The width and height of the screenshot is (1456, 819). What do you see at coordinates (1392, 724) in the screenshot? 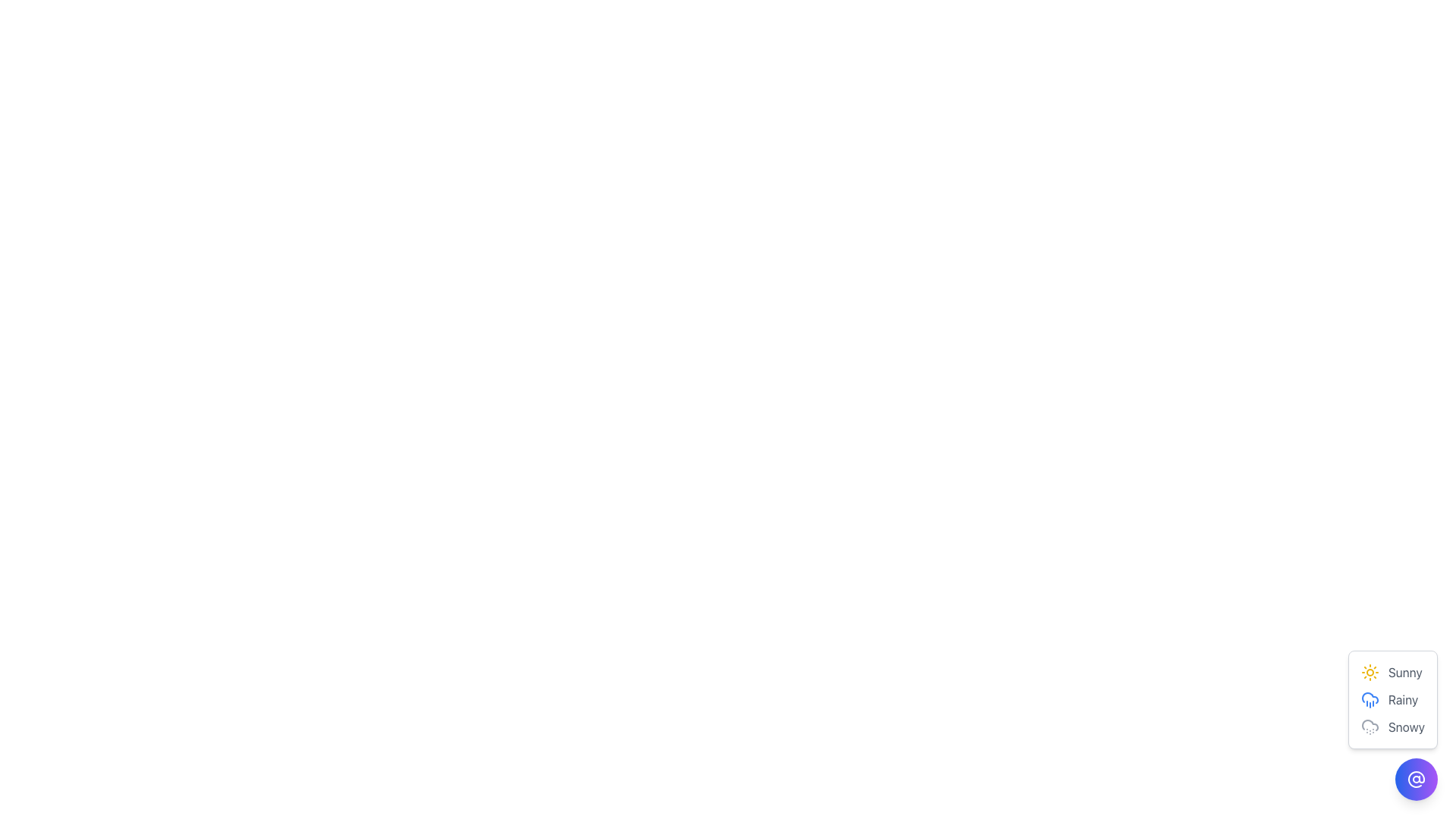
I see `the list item labeled 'Snowy', which is represented by a gray cloud icon with snowflakes and is the third item in a vertical stack of weather options` at bounding box center [1392, 724].